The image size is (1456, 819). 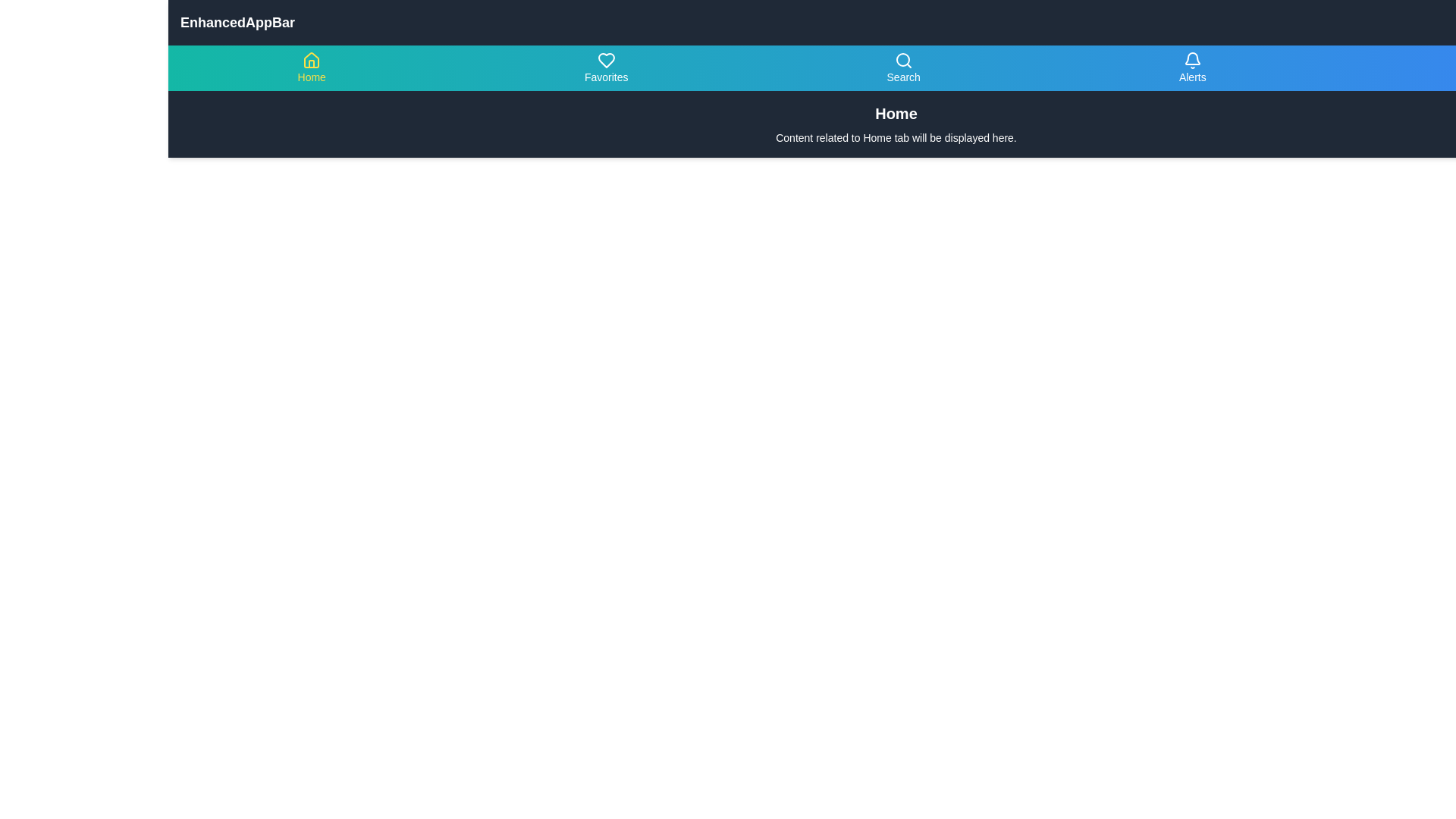 I want to click on the Search tab, so click(x=902, y=67).